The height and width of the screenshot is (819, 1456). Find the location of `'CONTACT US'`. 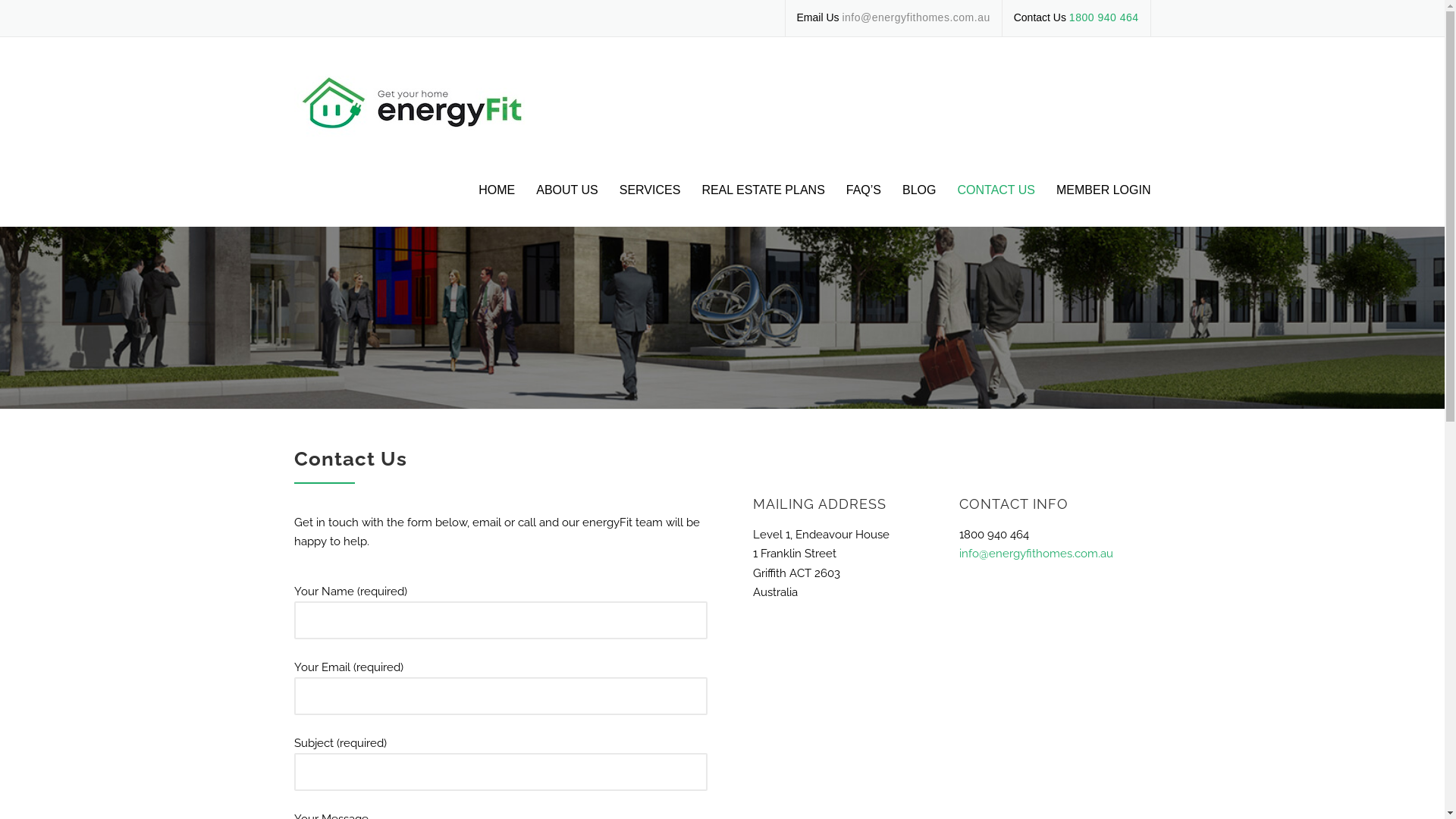

'CONTACT US' is located at coordinates (996, 202).